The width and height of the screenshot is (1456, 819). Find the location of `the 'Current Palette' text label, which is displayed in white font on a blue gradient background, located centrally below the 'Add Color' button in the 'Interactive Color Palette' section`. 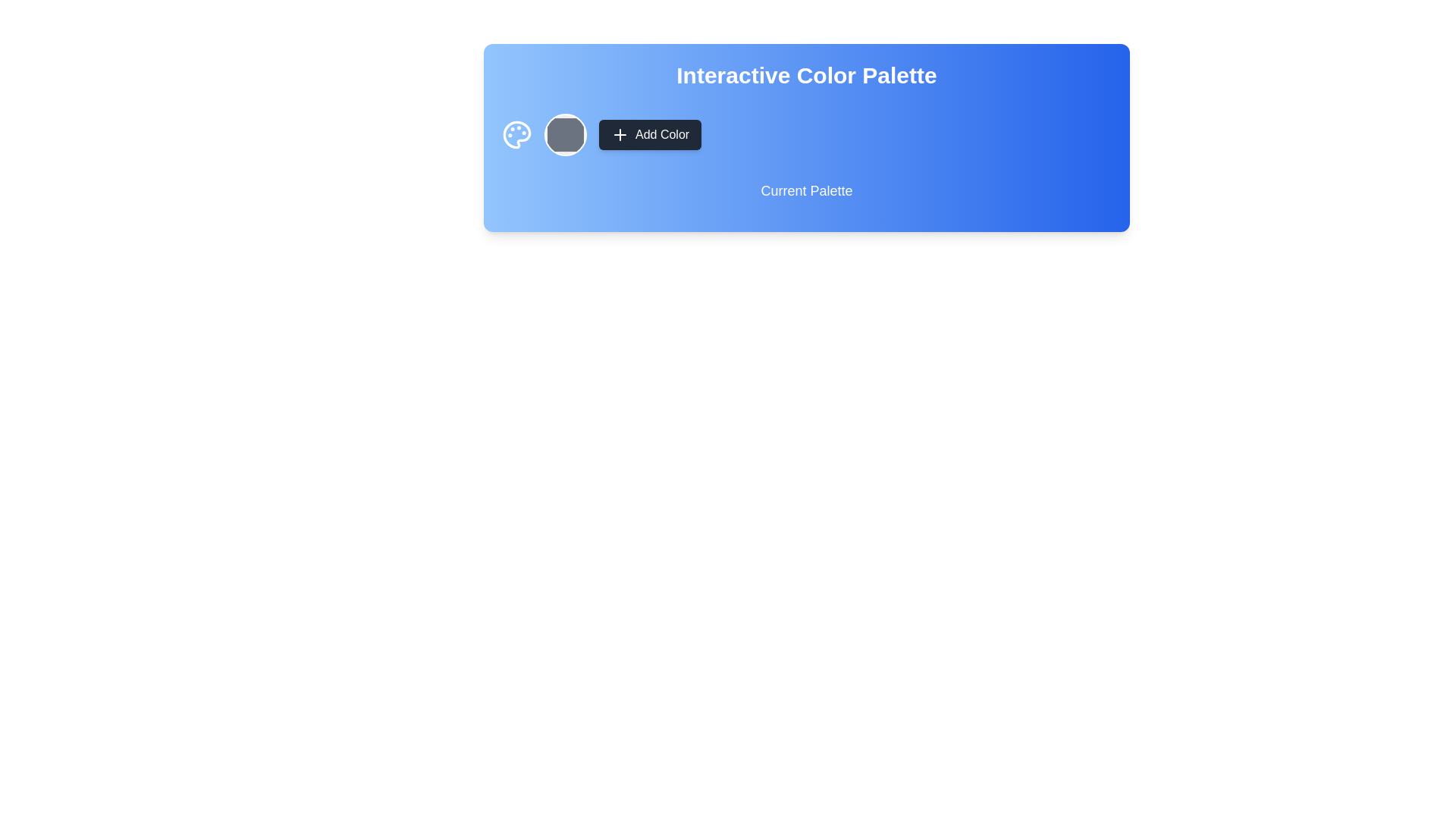

the 'Current Palette' text label, which is displayed in white font on a blue gradient background, located centrally below the 'Add Color' button in the 'Interactive Color Palette' section is located at coordinates (806, 196).